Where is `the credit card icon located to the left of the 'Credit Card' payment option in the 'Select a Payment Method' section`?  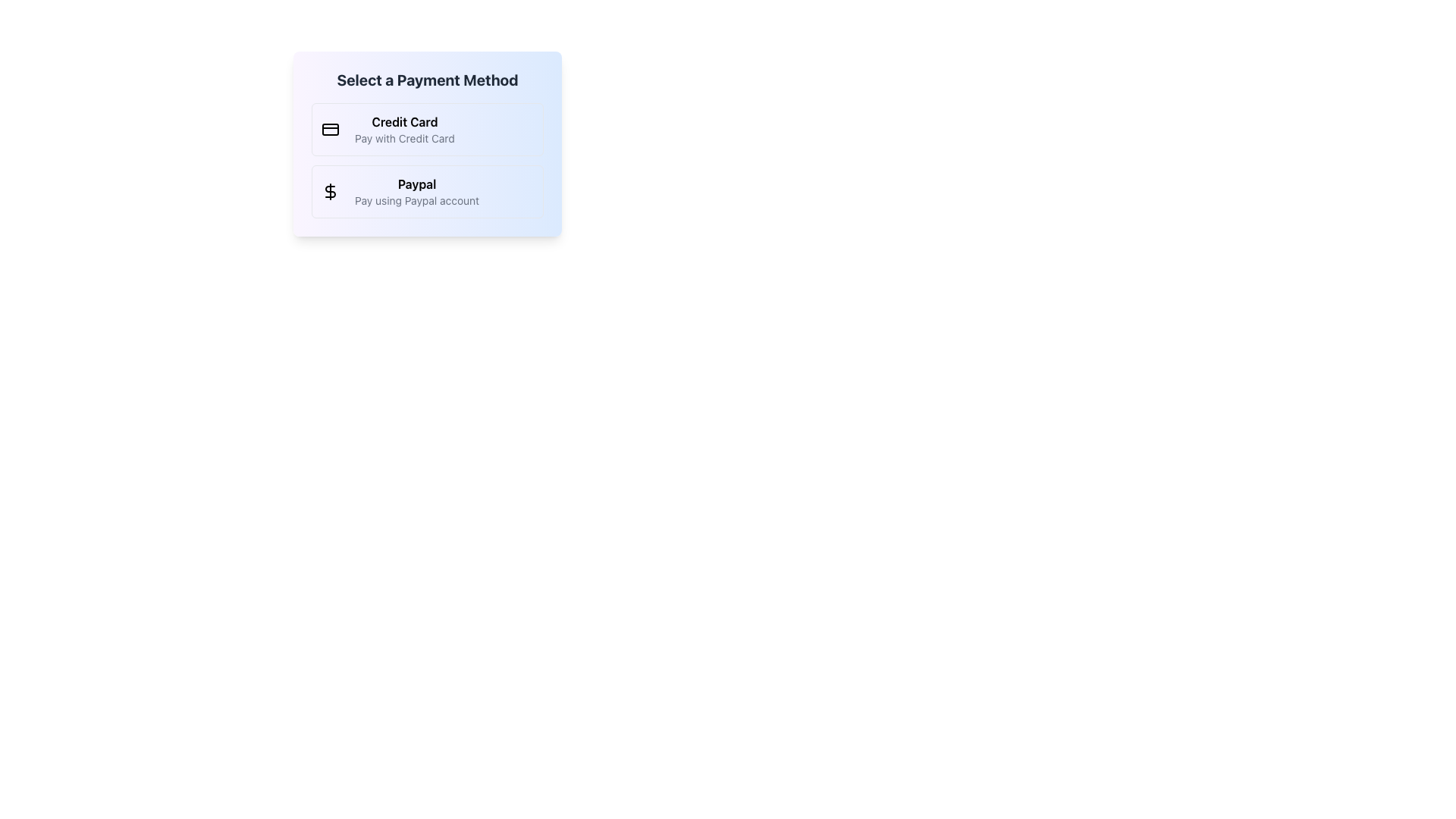
the credit card icon located to the left of the 'Credit Card' payment option in the 'Select a Payment Method' section is located at coordinates (330, 128).